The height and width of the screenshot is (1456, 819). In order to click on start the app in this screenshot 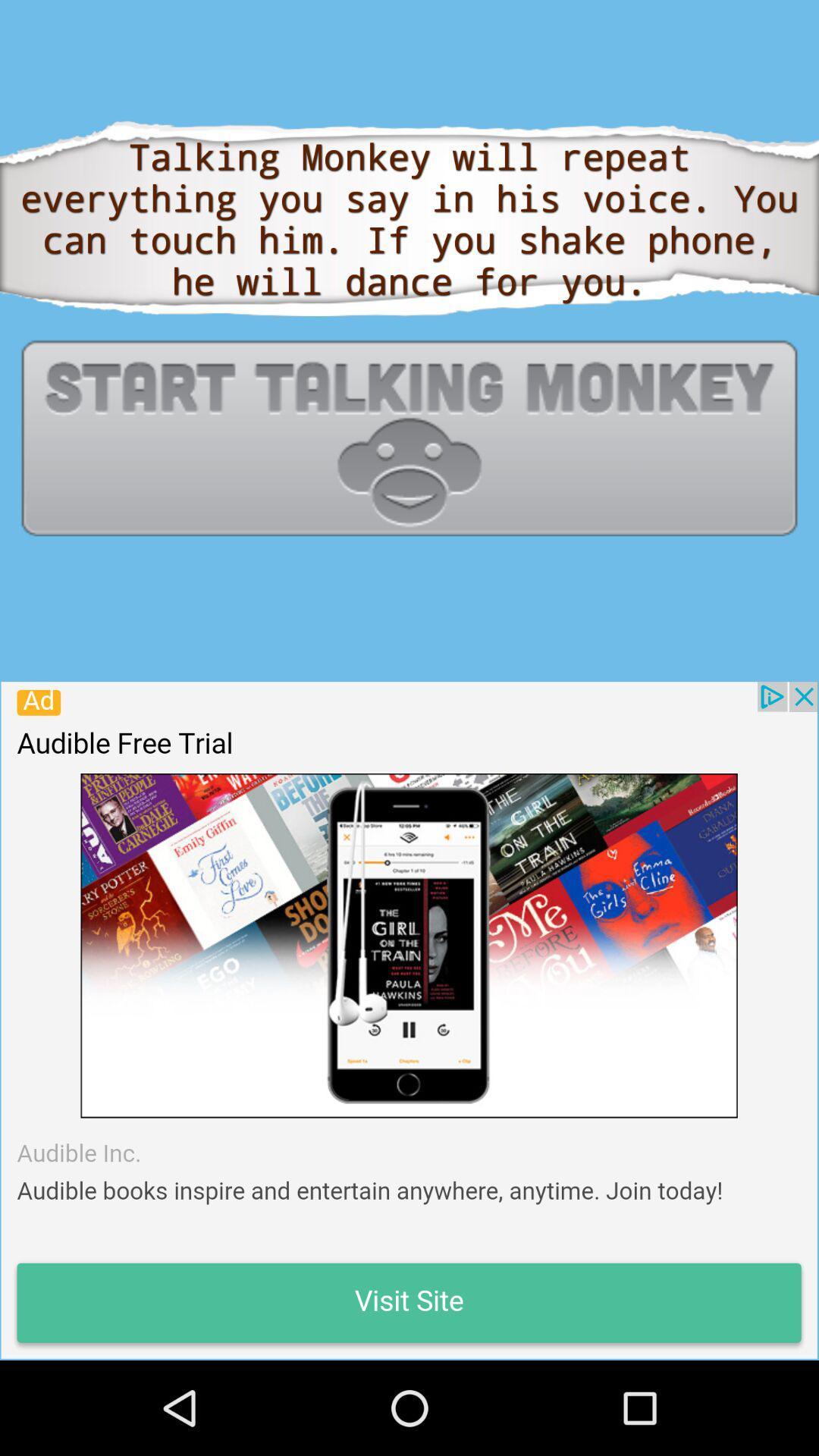, I will do `click(409, 437)`.